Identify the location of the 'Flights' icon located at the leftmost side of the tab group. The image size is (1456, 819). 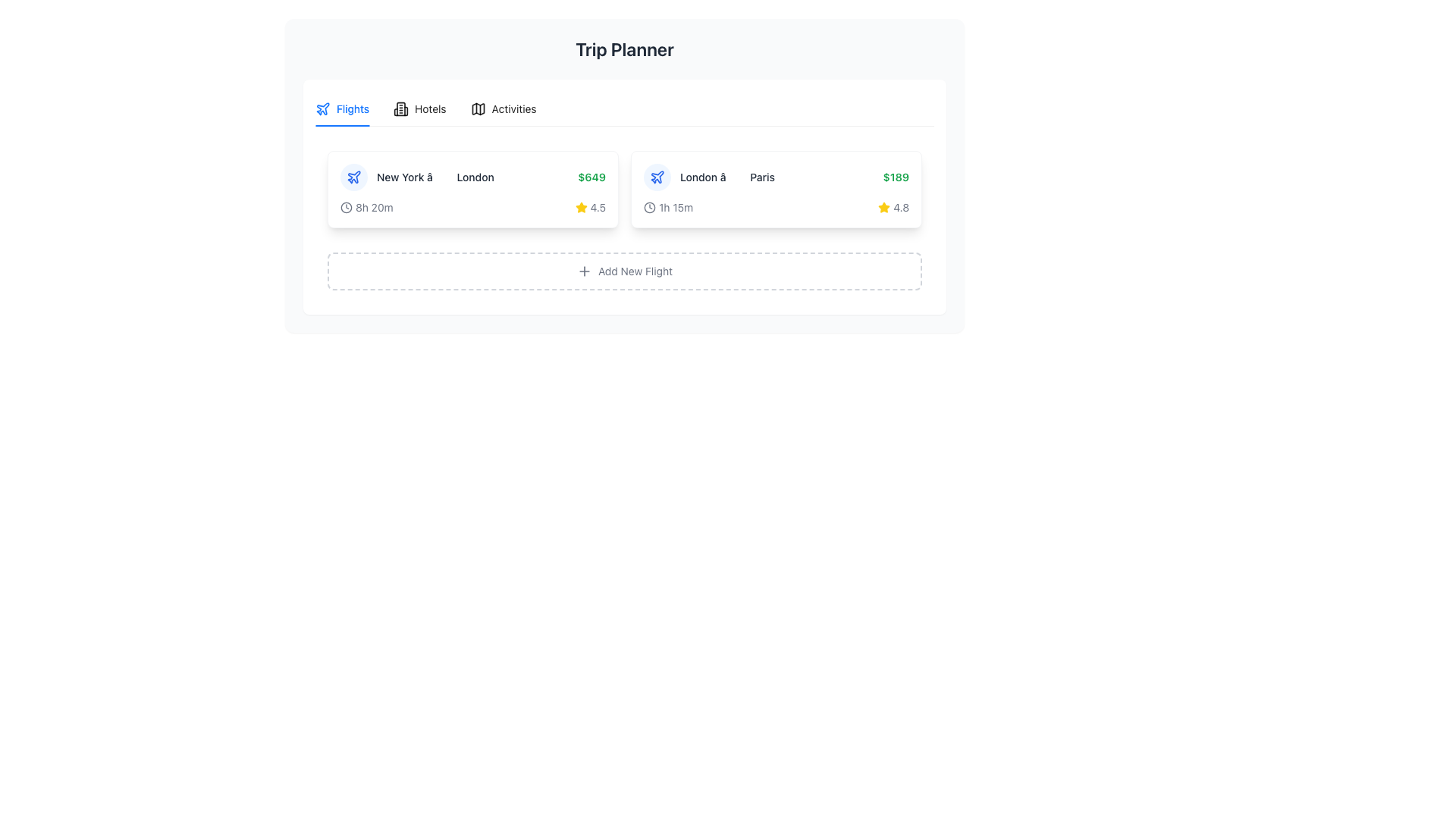
(322, 108).